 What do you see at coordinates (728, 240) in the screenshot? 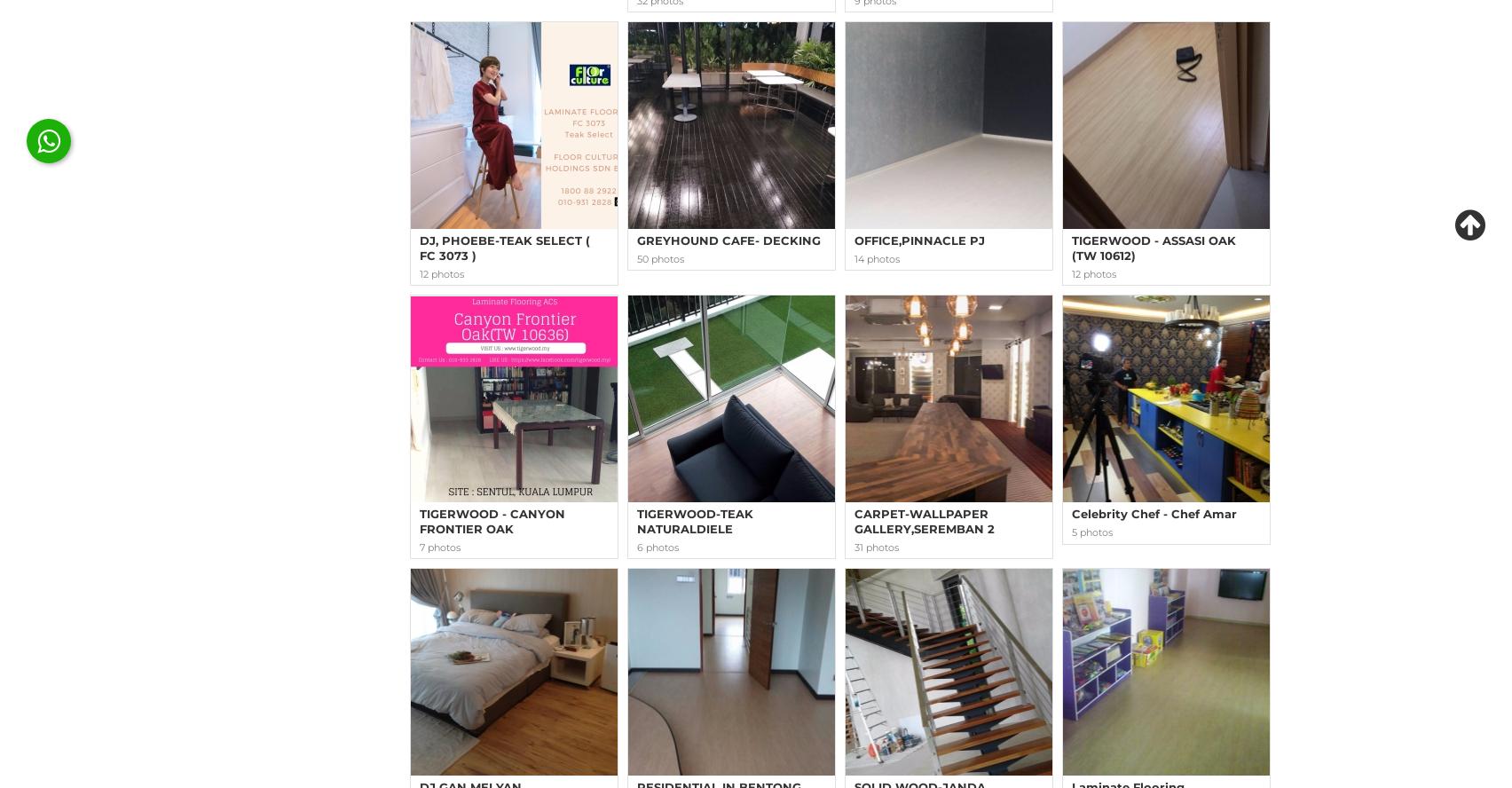
I see `'GREYHOUND CAFE- DECKING'` at bounding box center [728, 240].